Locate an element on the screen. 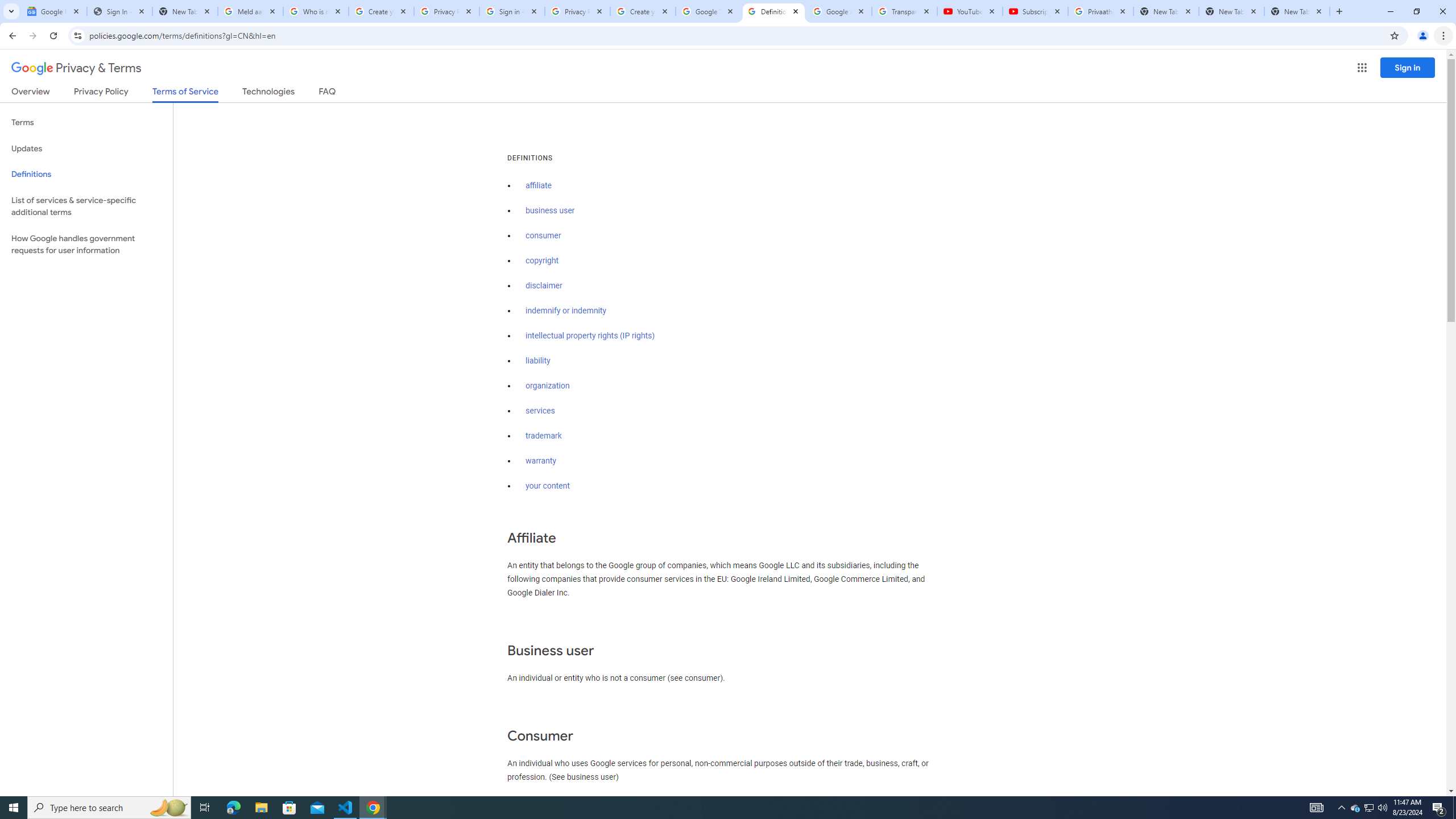 The image size is (1456, 819). 'New Tab' is located at coordinates (1296, 11).